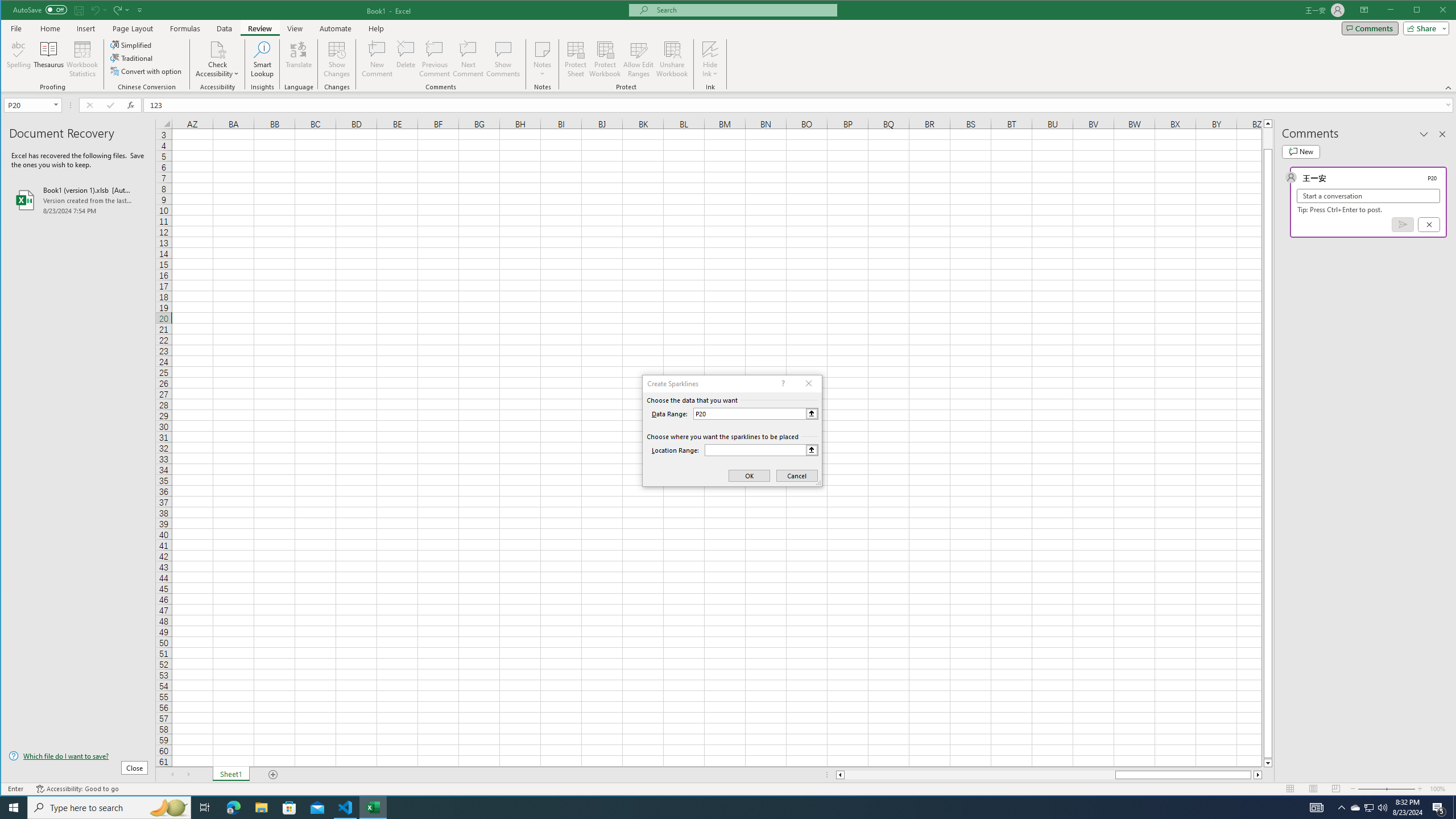 This screenshot has height=819, width=1456. I want to click on 'Help', so click(375, 28).